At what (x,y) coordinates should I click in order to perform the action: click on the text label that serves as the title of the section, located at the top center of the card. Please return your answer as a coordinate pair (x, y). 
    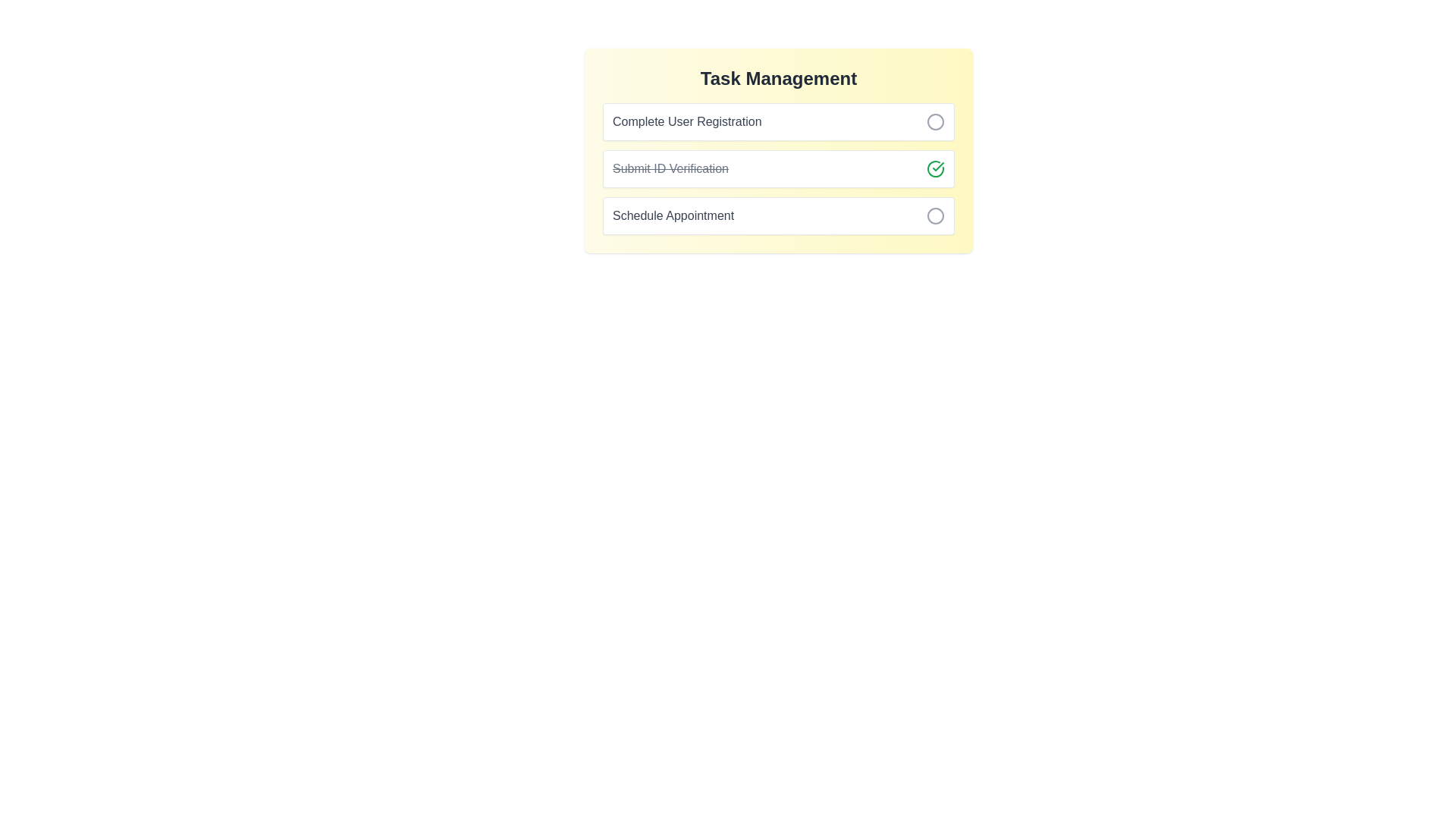
    Looking at the image, I should click on (779, 79).